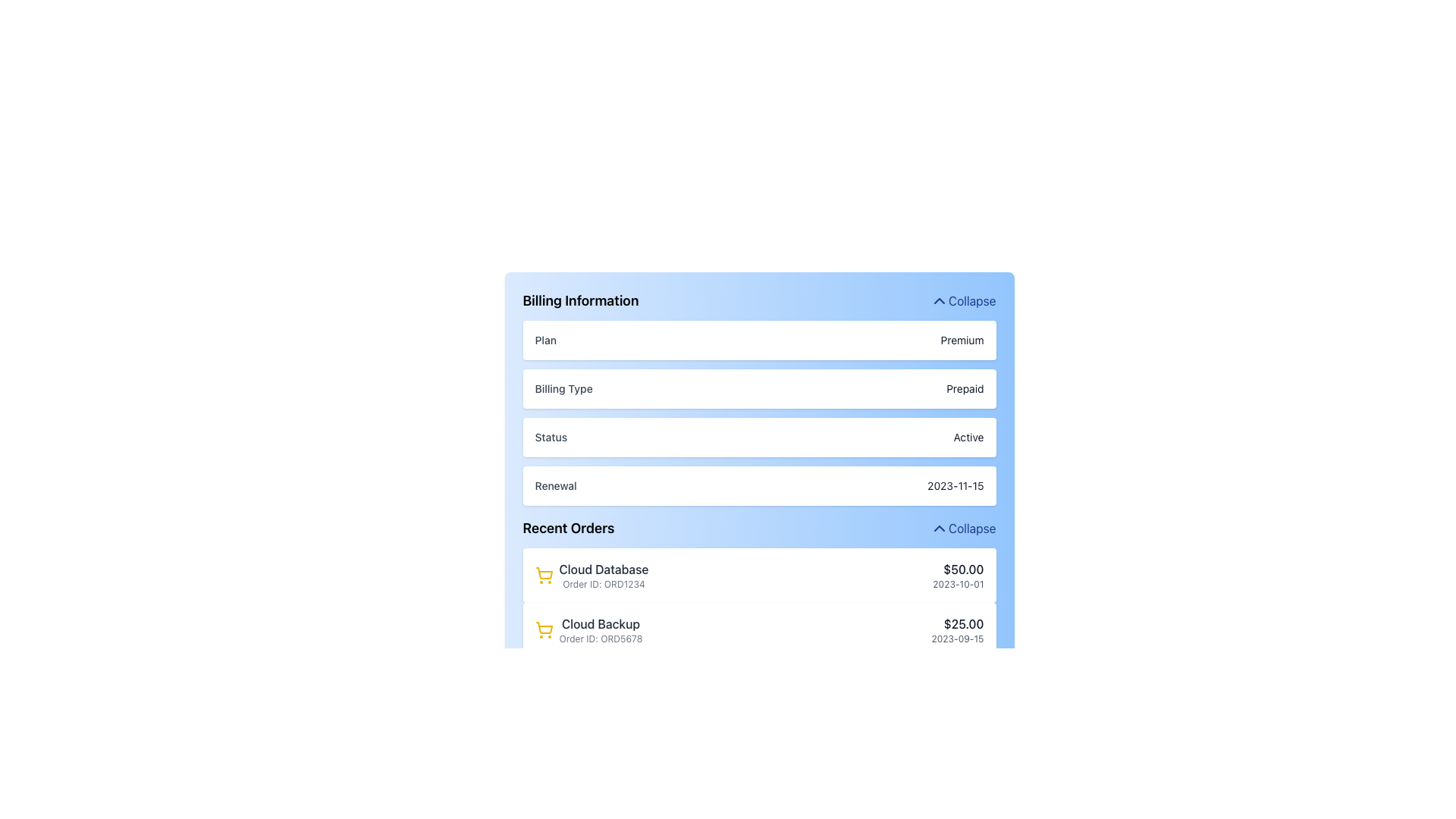  Describe the element at coordinates (968, 438) in the screenshot. I see `the static text label indicating the billing status as 'Active', which is located at the right end of the 'Status' block under 'Billing Information'` at that location.